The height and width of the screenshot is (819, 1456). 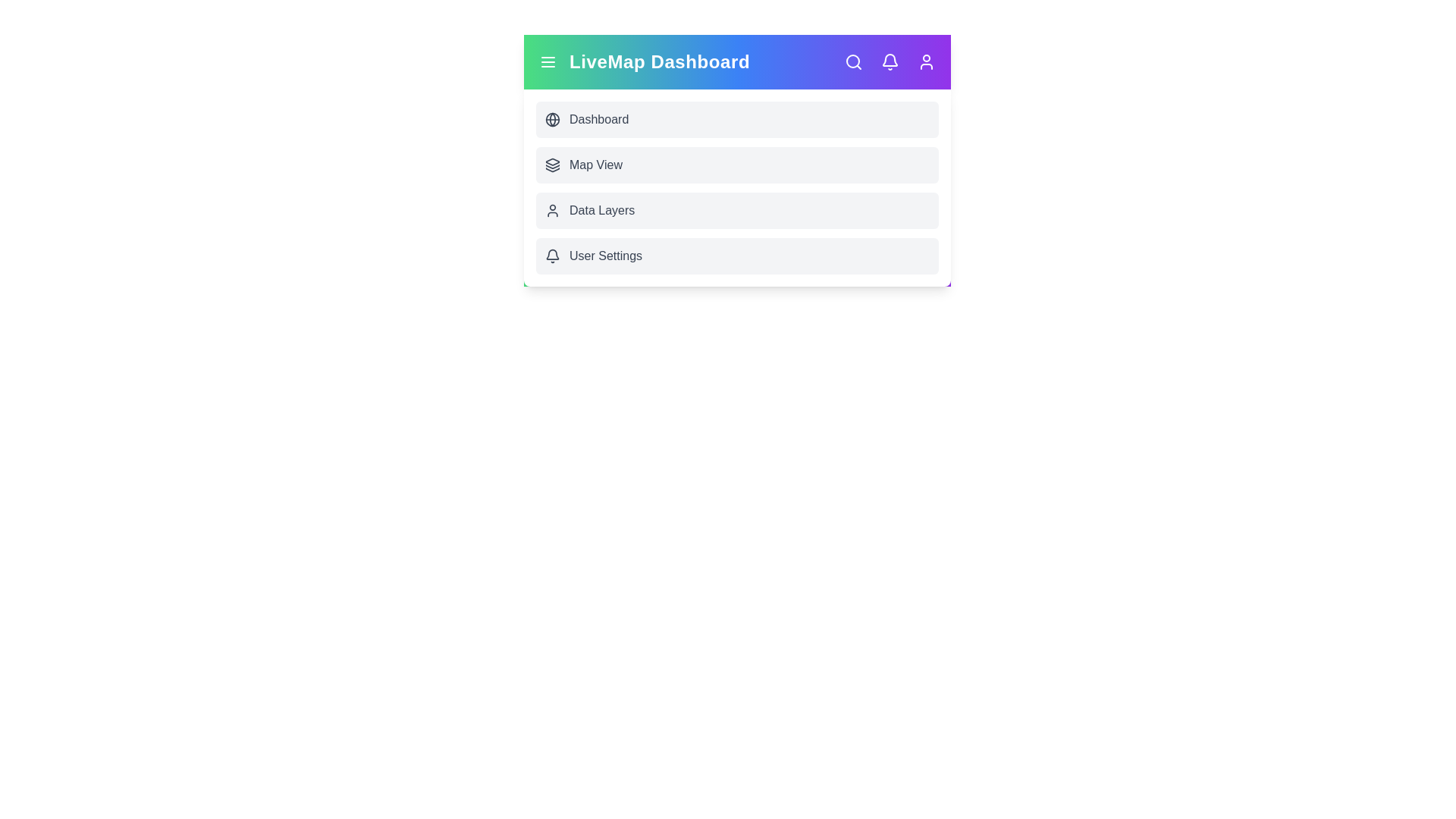 What do you see at coordinates (548, 61) in the screenshot?
I see `the interactive element Menu Icon to view its visual feedback` at bounding box center [548, 61].